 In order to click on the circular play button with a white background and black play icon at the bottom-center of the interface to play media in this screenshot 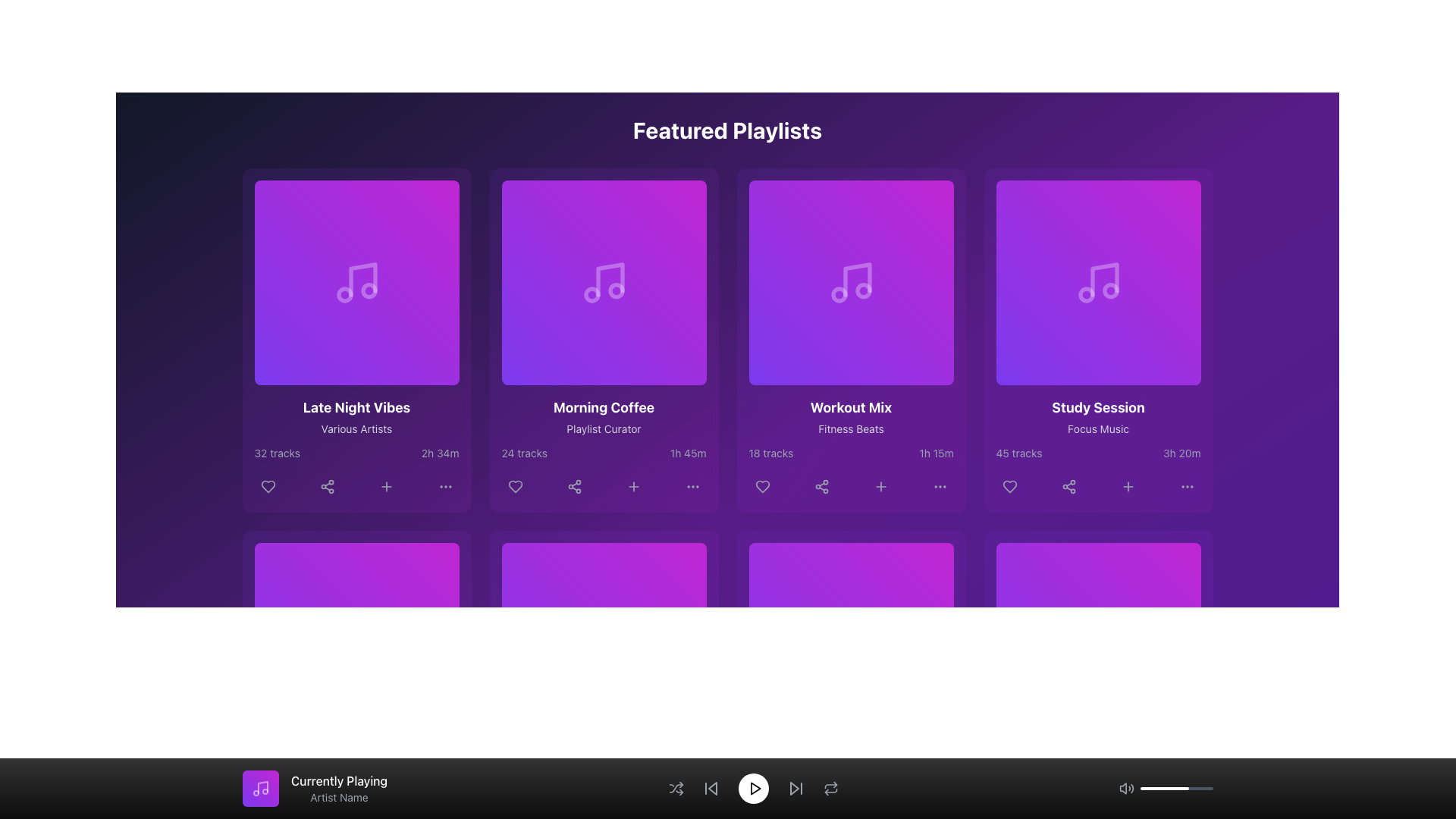, I will do `click(753, 788)`.